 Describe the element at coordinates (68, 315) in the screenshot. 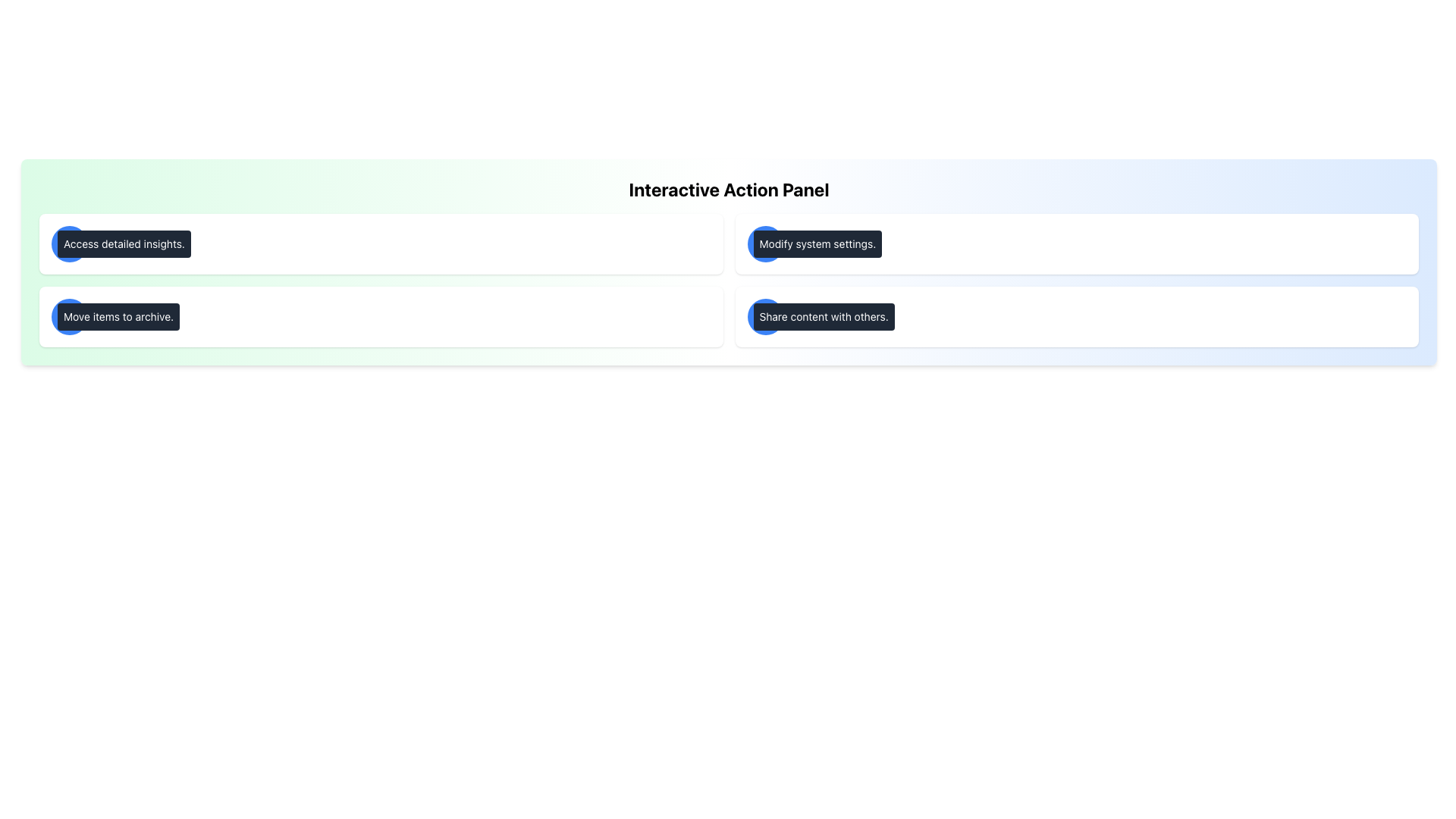

I see `the archive icon within the button-like interface, located adjacent to the text 'Move items to archive.'` at that location.